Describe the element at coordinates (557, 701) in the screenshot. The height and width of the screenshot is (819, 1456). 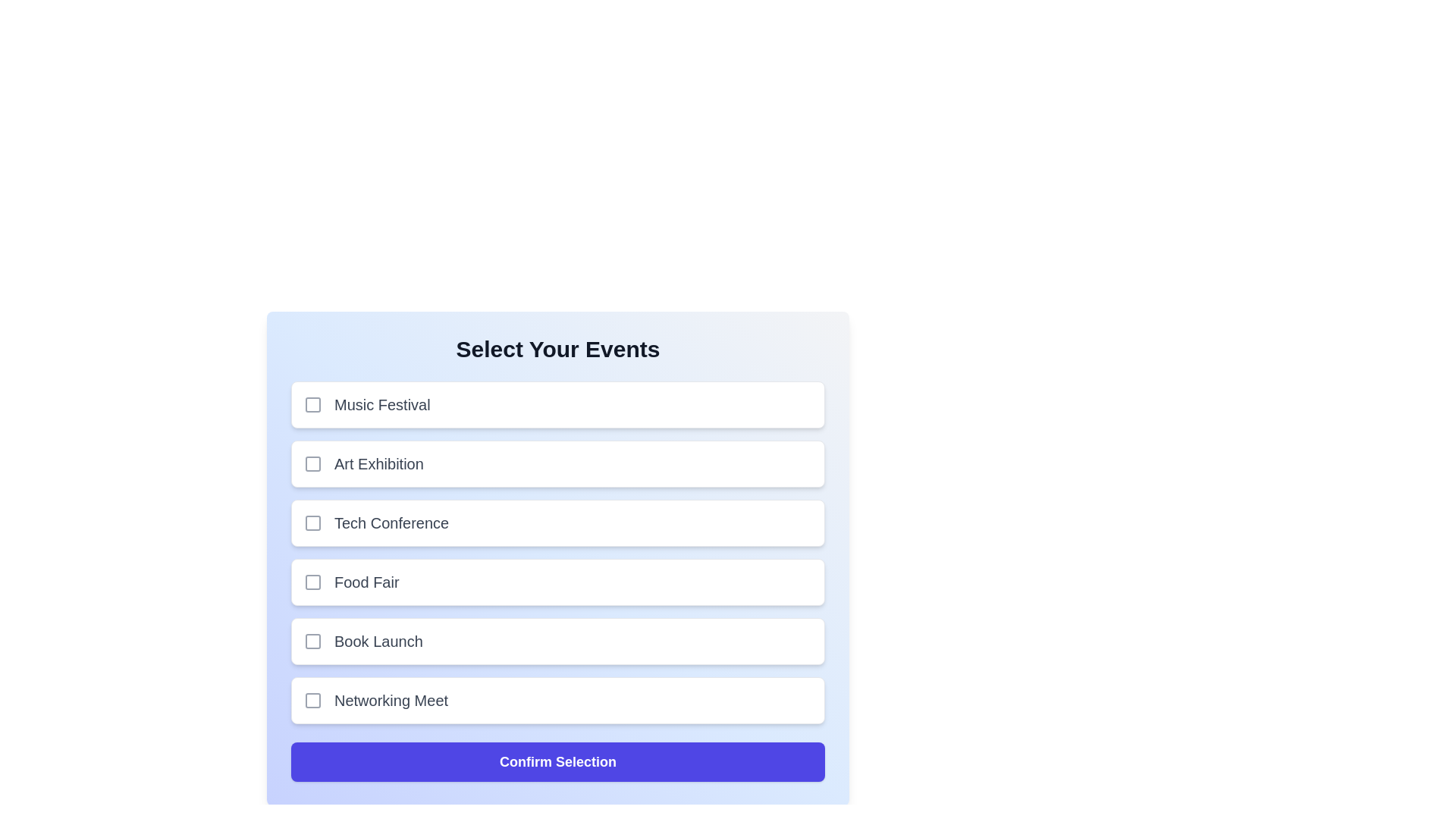
I see `the event Networking Meet to observe the hover effect` at that location.